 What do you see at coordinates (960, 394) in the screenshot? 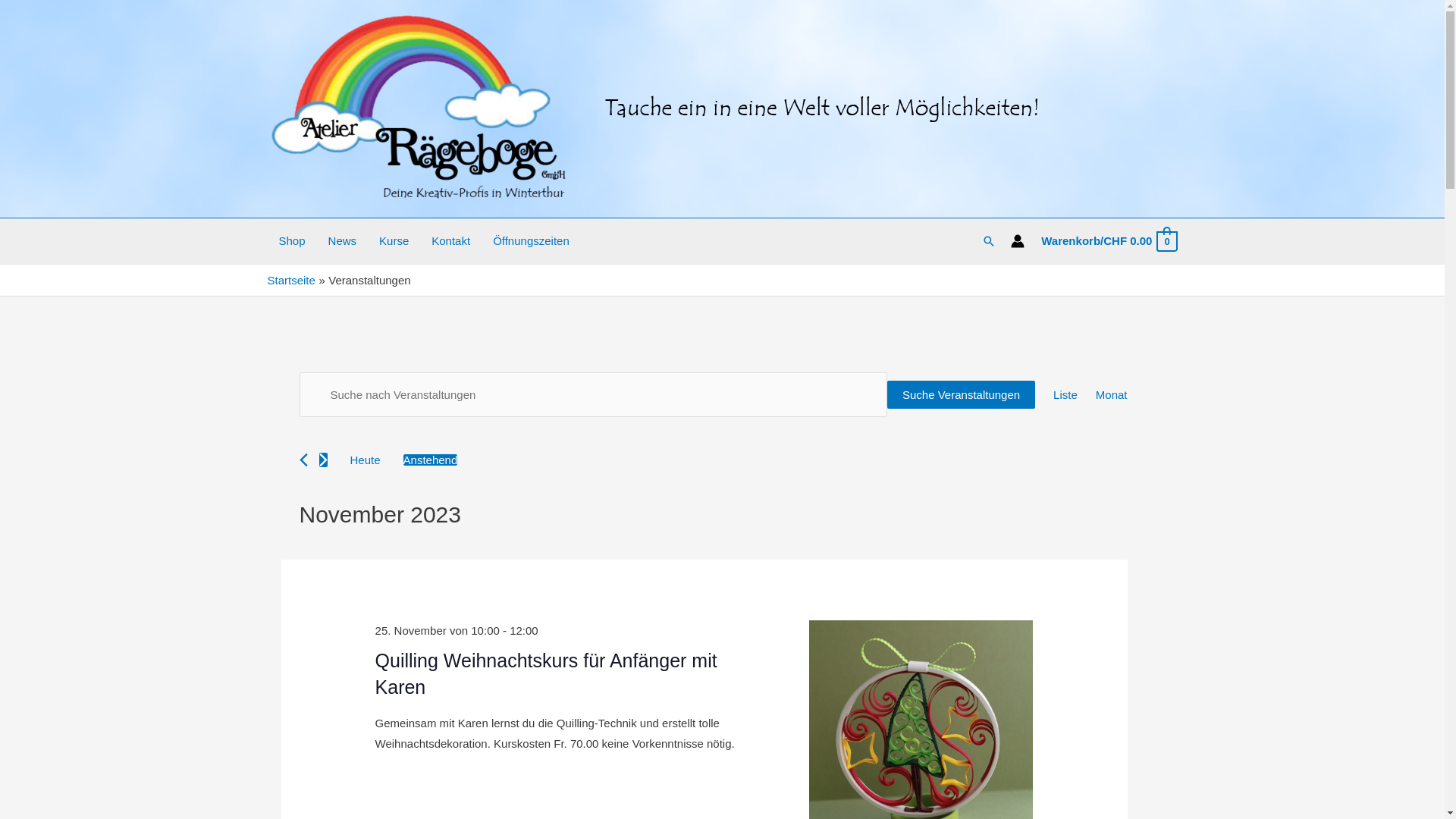
I see `'Suche Veranstaltungen'` at bounding box center [960, 394].